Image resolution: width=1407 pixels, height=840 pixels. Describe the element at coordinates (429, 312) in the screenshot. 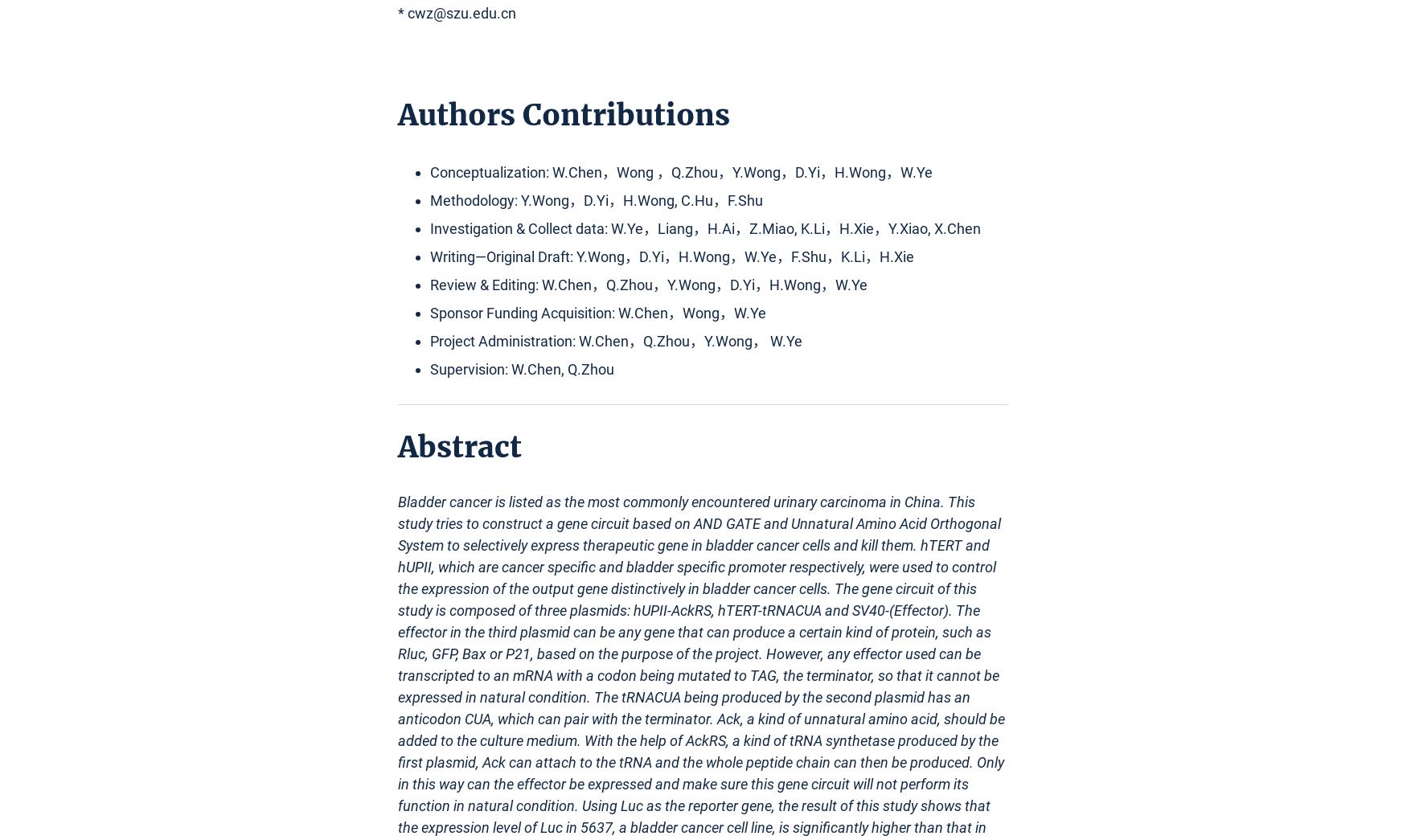

I see `'Sponsor Funding Acquisition: W.Chen，Wong，W.Ye'` at that location.